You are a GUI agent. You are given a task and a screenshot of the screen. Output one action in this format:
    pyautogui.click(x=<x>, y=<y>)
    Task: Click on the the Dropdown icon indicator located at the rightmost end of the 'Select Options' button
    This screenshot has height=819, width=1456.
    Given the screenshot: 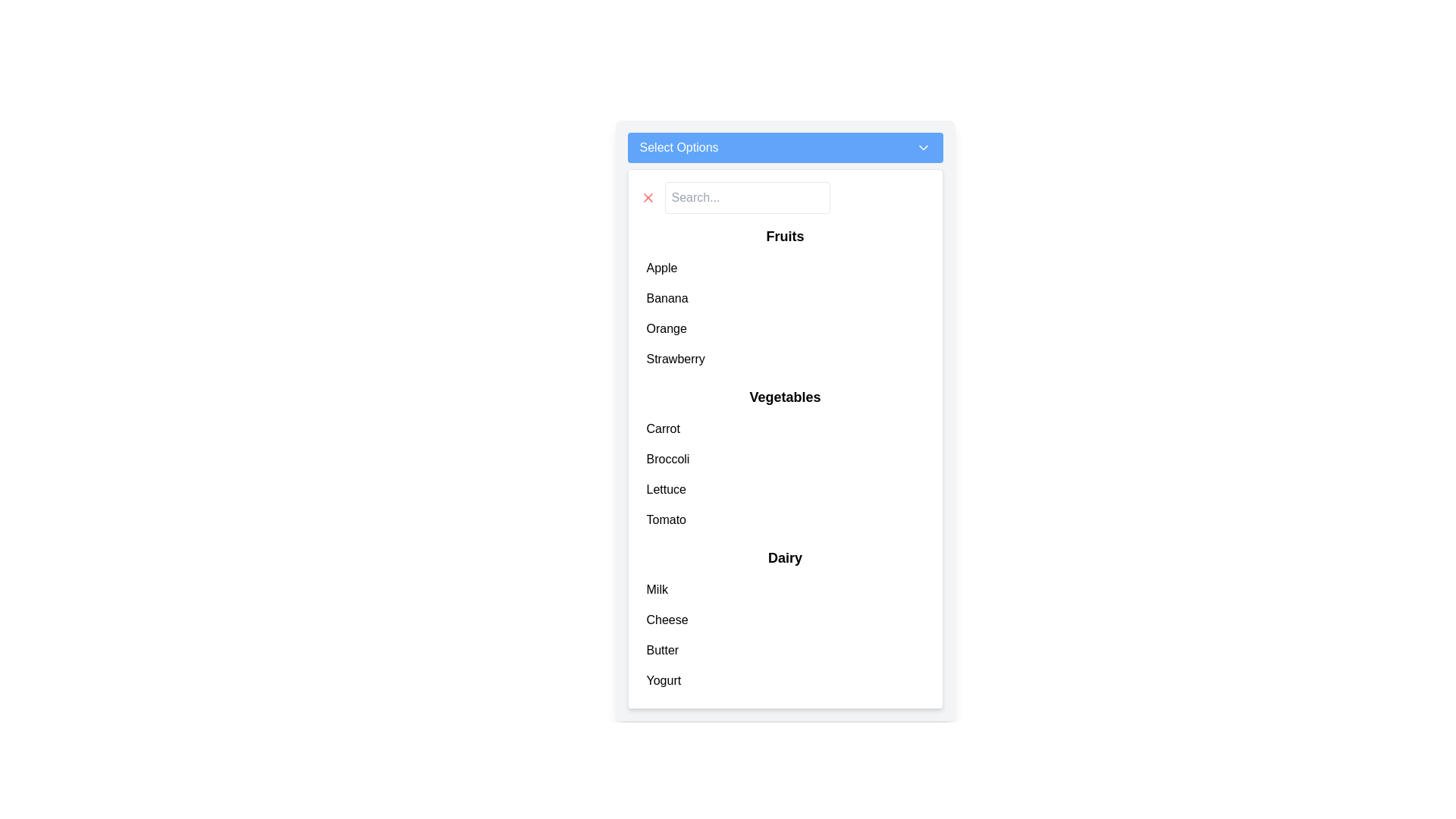 What is the action you would take?
    pyautogui.click(x=922, y=148)
    